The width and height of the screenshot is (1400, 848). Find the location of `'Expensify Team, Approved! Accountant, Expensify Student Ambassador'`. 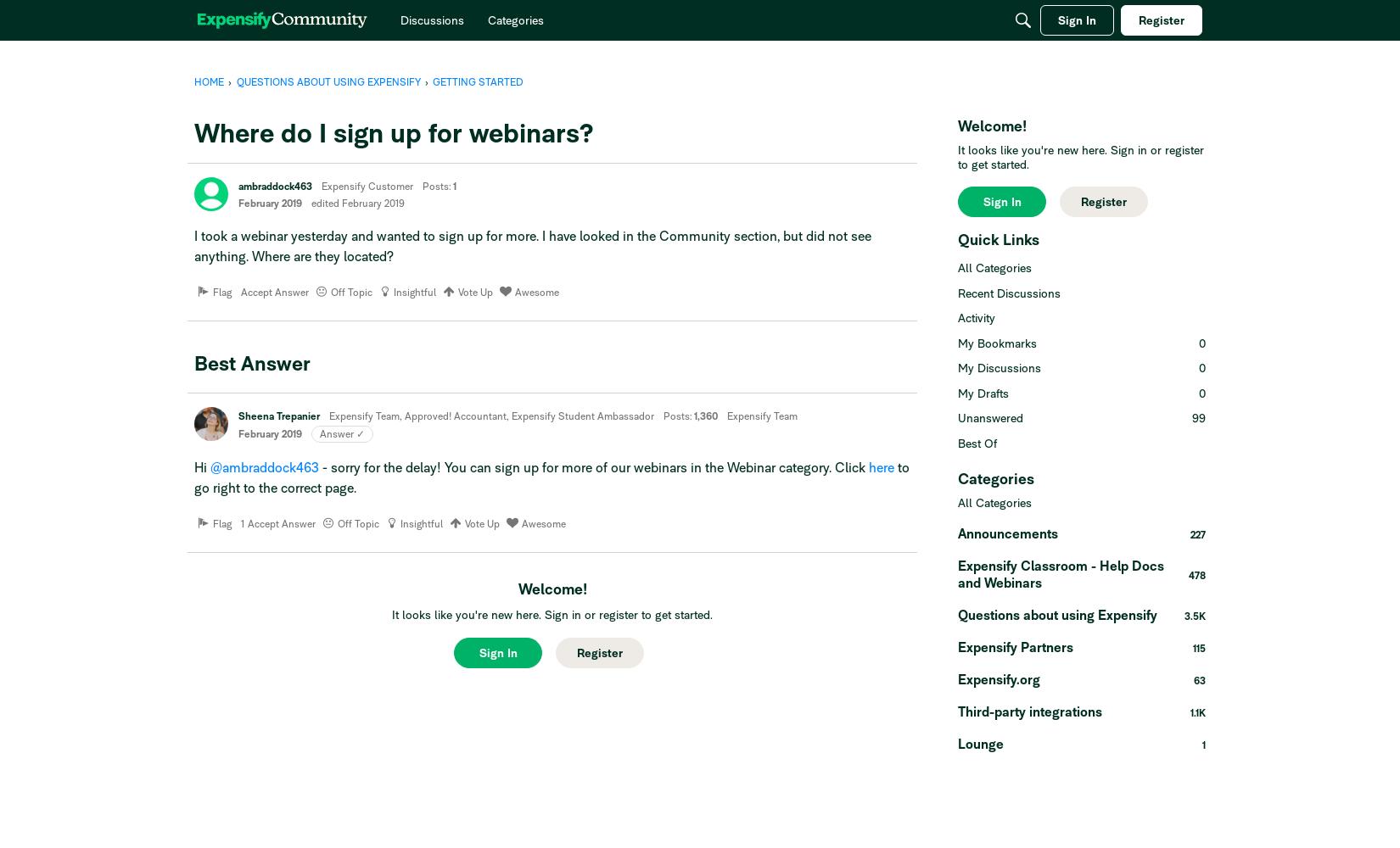

'Expensify Team, Approved! Accountant, Expensify Student Ambassador' is located at coordinates (490, 416).